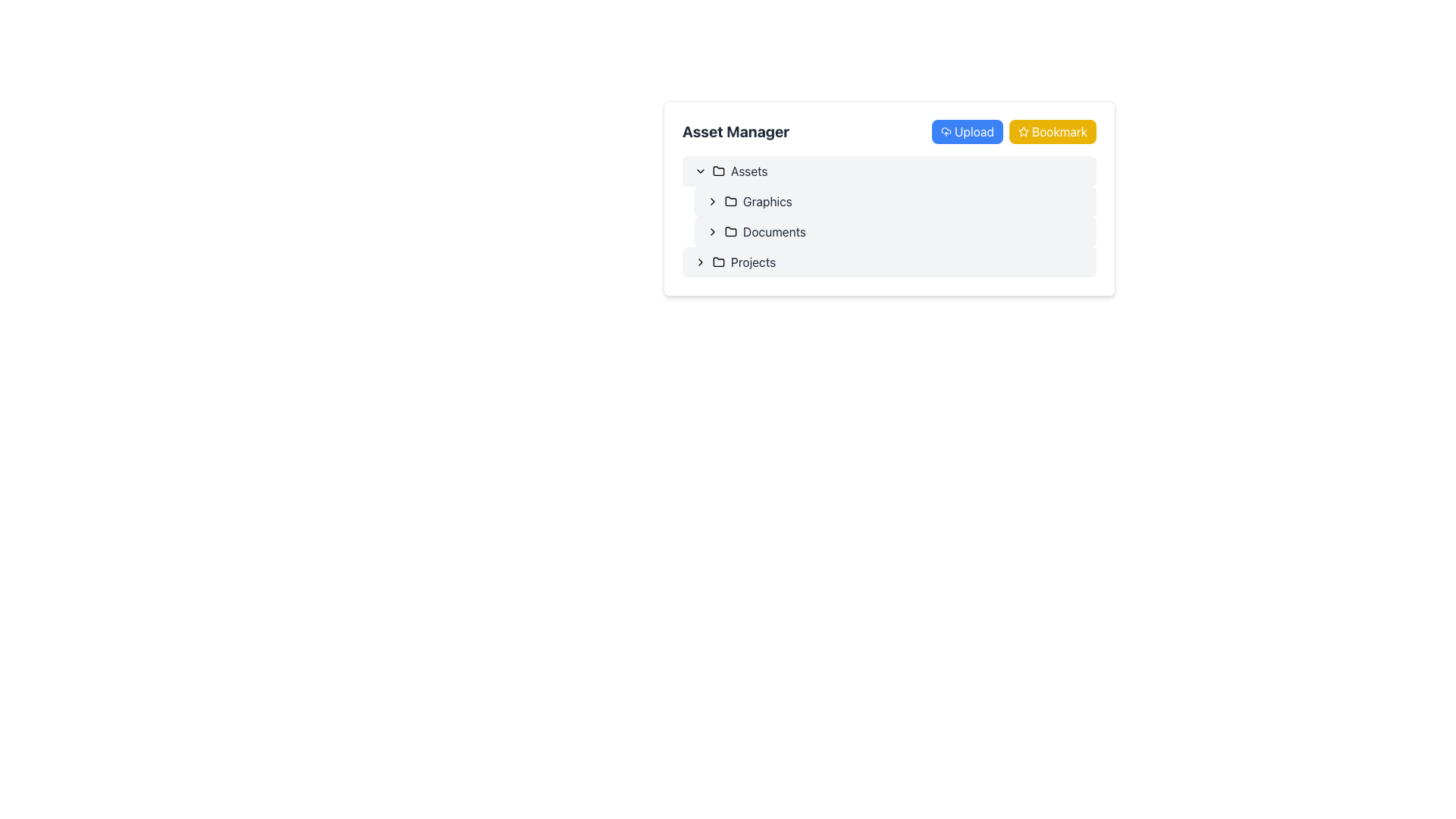 This screenshot has width=1456, height=819. Describe the element at coordinates (749, 171) in the screenshot. I see `label 'Assets' which is positioned within the dropdown menu item and serves as a textual identifier to the right of the folder icon` at that location.